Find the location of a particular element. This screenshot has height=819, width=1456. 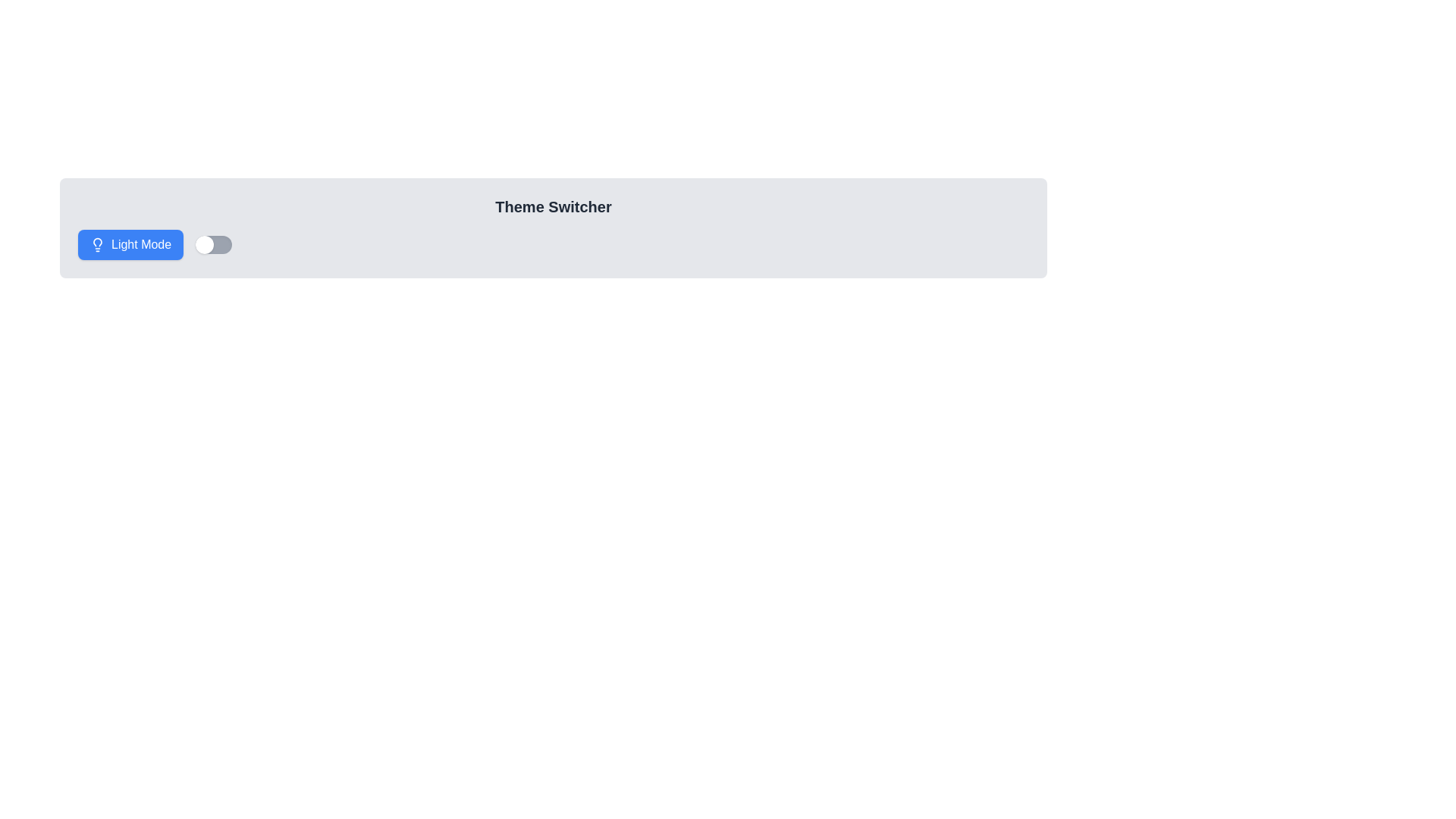

the toggle handle located at the left end of the toggle switch to change its state is located at coordinates (204, 244).